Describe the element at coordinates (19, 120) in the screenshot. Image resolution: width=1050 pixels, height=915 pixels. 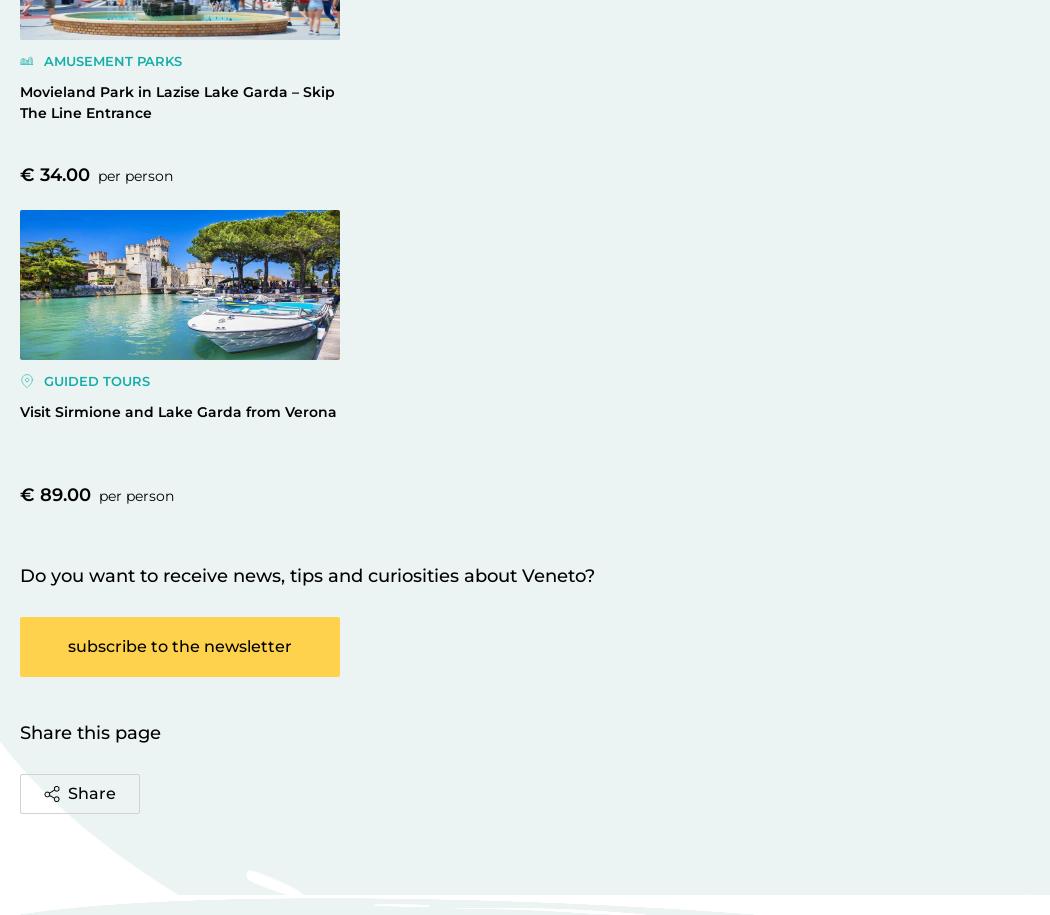
I see `'Manage cookies preferences'` at that location.